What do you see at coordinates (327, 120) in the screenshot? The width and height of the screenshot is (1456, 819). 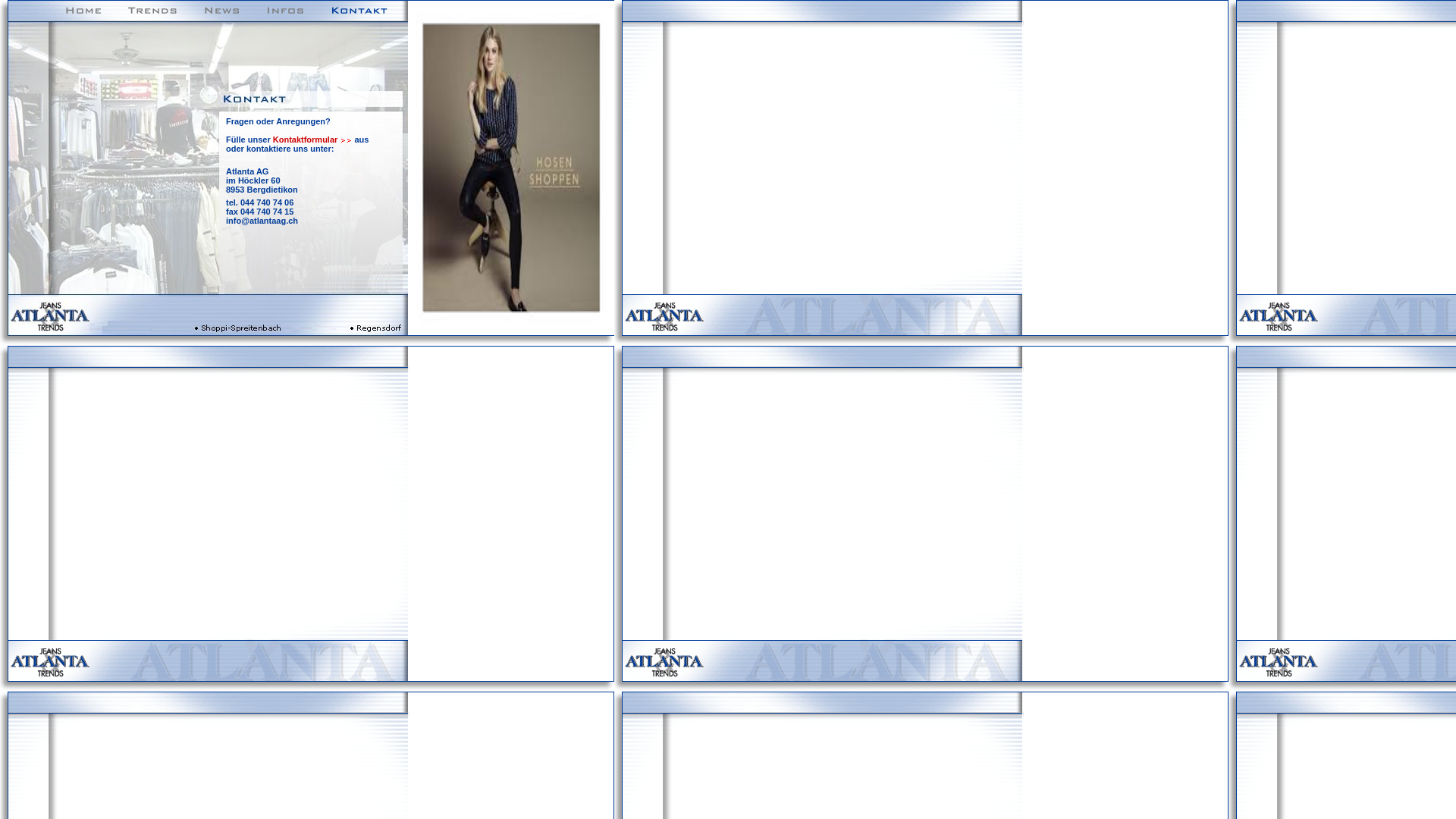 I see `'?'` at bounding box center [327, 120].